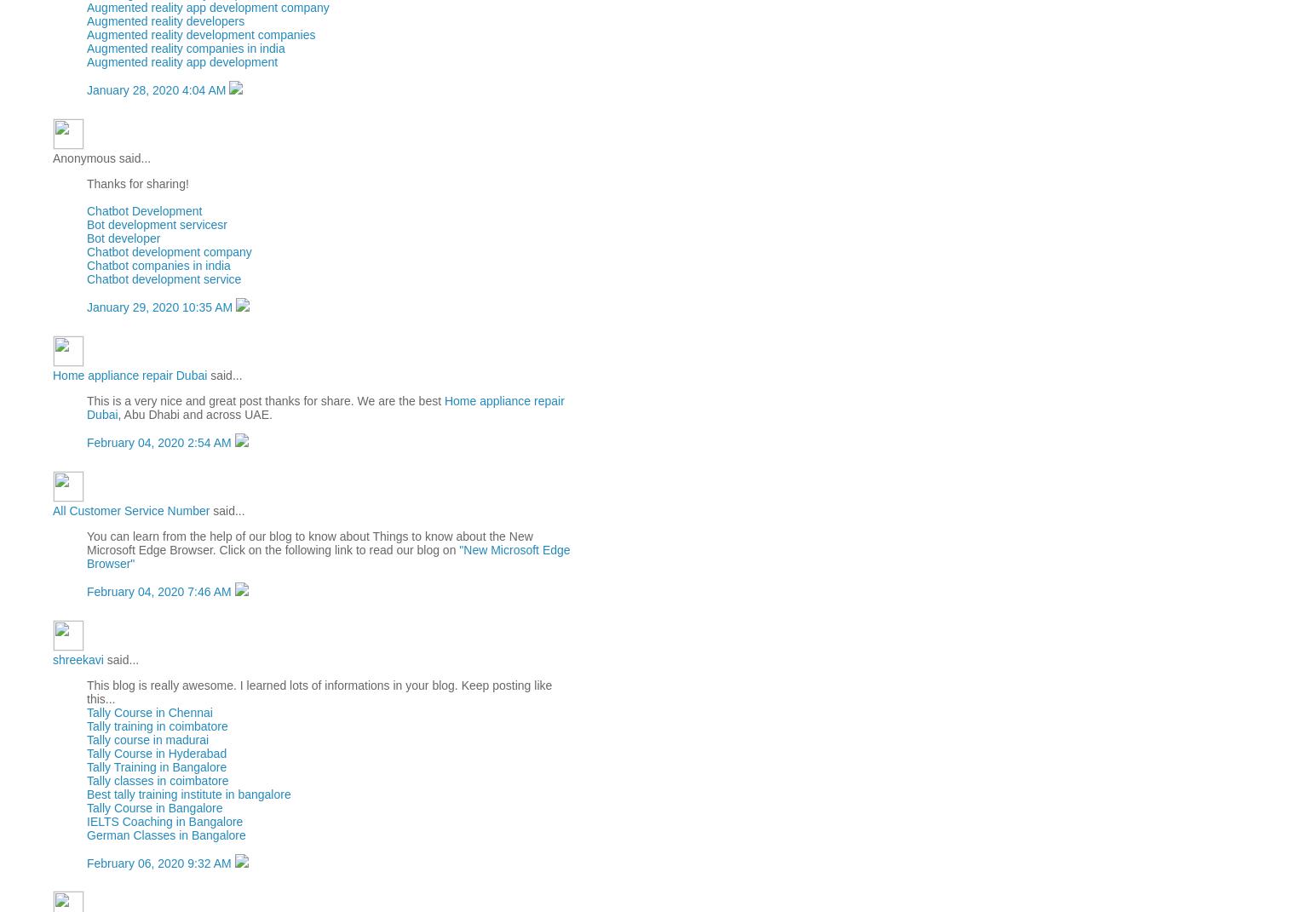 This screenshot has width=1316, height=912. I want to click on 'Best tally training institute in bangalore', so click(85, 792).